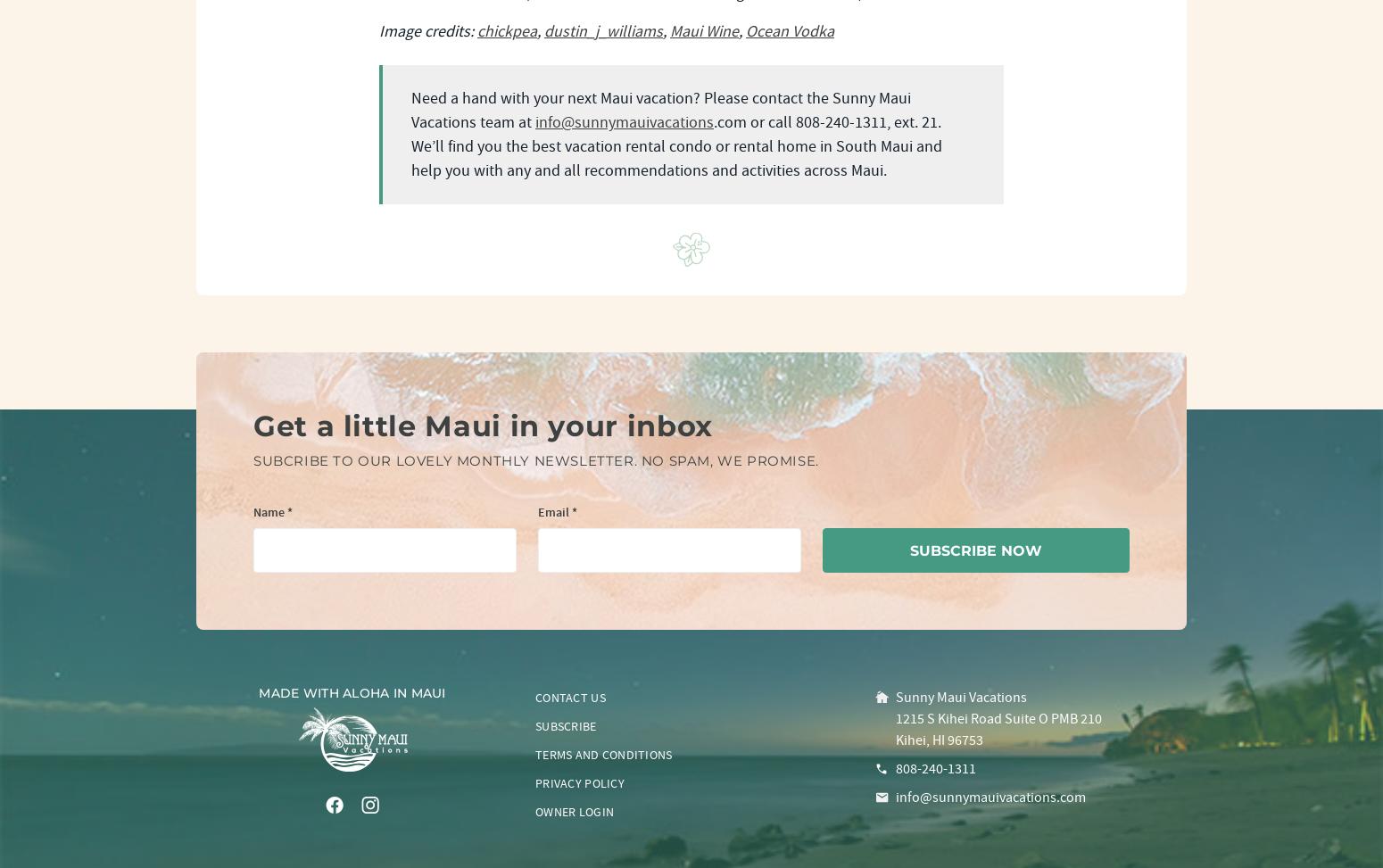 The width and height of the screenshot is (1383, 868). What do you see at coordinates (410, 109) in the screenshot?
I see `'Need a hand with your next Maui vacation? Please contact the Sunny Maui Vacations team at'` at bounding box center [410, 109].